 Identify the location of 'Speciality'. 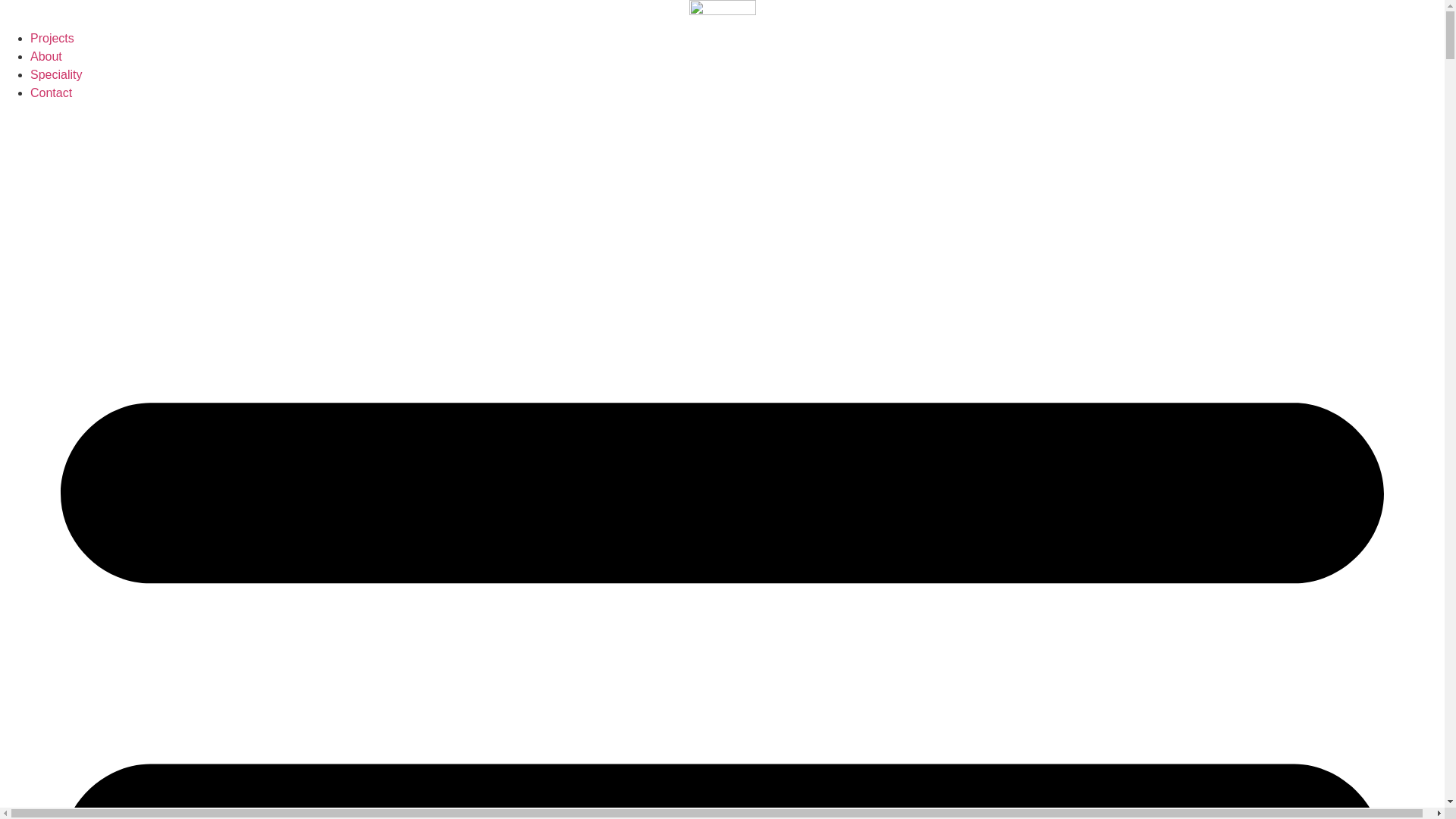
(55, 74).